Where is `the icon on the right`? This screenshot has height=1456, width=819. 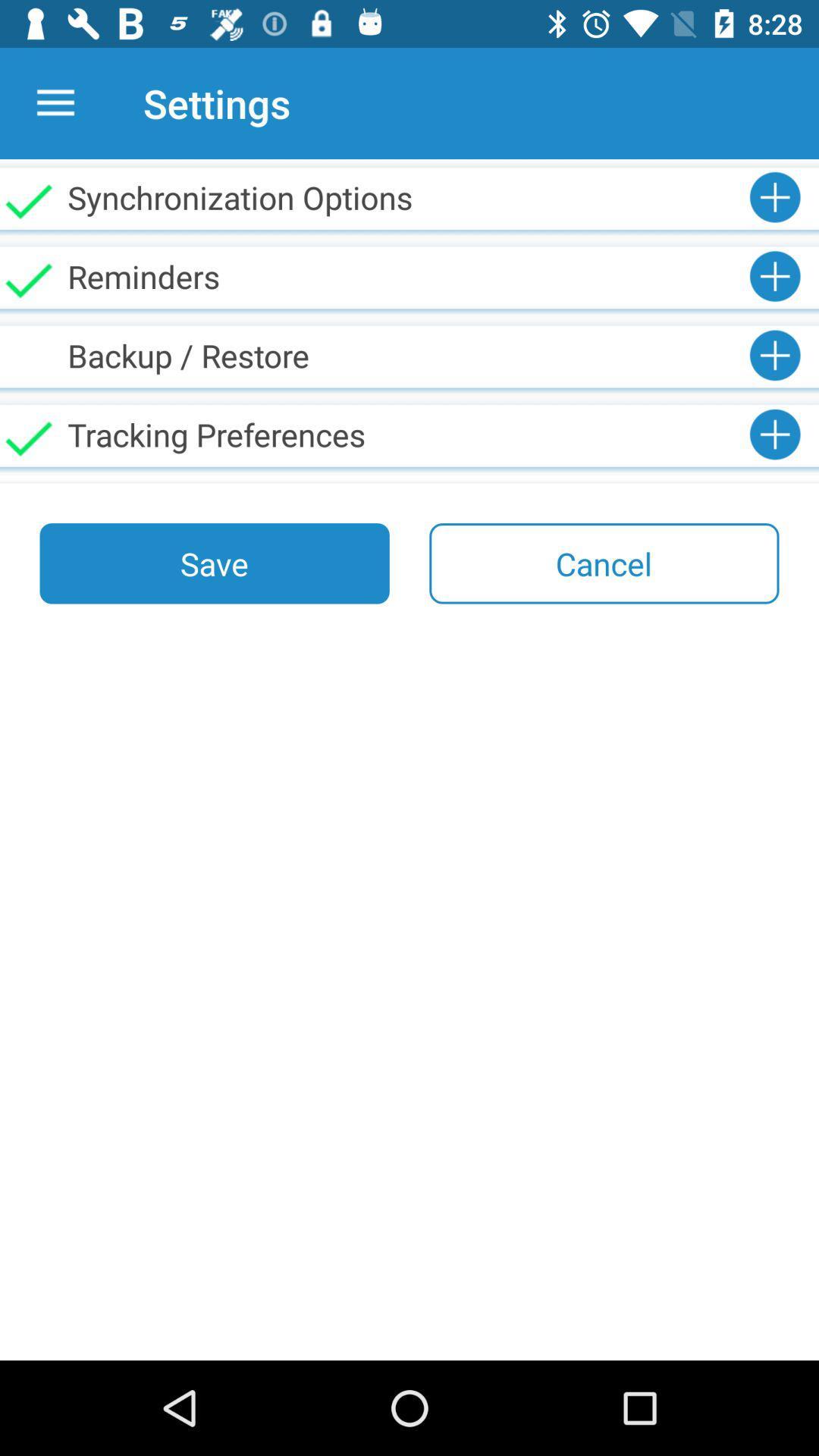 the icon on the right is located at coordinates (603, 563).